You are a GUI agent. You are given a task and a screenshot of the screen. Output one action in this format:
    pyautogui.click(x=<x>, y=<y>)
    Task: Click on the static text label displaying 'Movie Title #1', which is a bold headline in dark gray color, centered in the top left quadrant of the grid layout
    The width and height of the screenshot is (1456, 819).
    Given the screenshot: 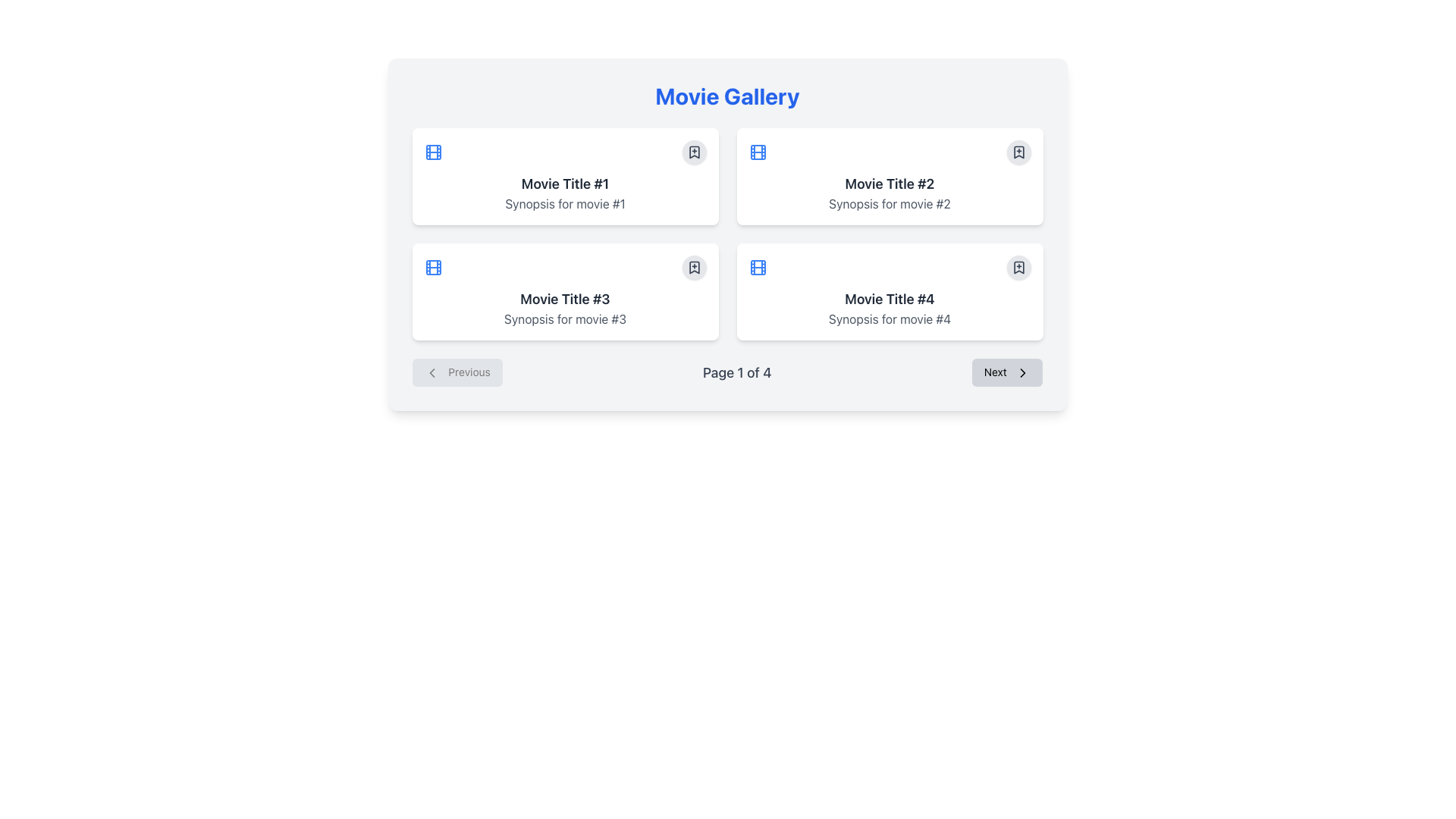 What is the action you would take?
    pyautogui.click(x=564, y=184)
    